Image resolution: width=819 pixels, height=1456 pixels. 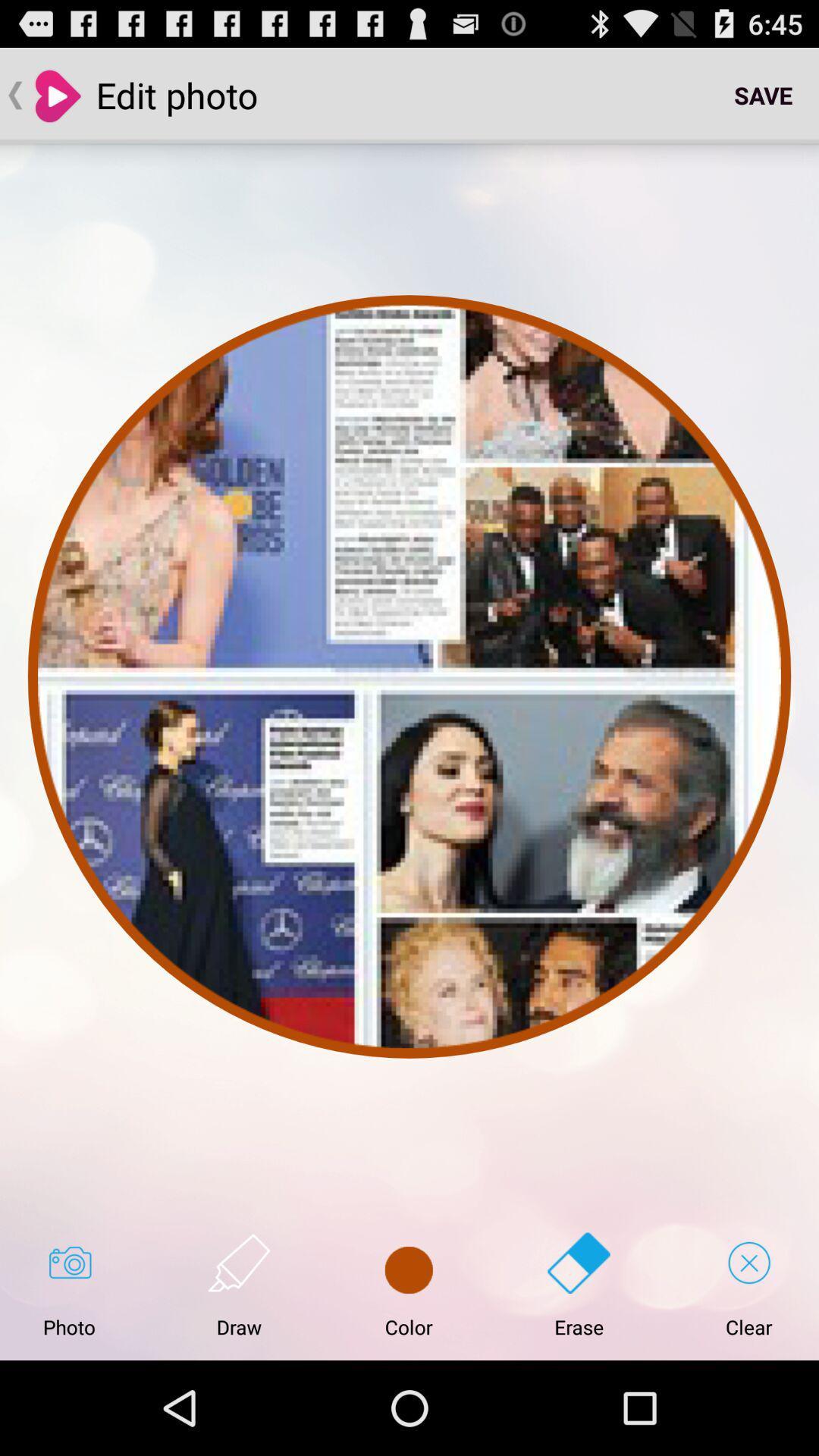 I want to click on the item at the top right corner, so click(x=763, y=94).